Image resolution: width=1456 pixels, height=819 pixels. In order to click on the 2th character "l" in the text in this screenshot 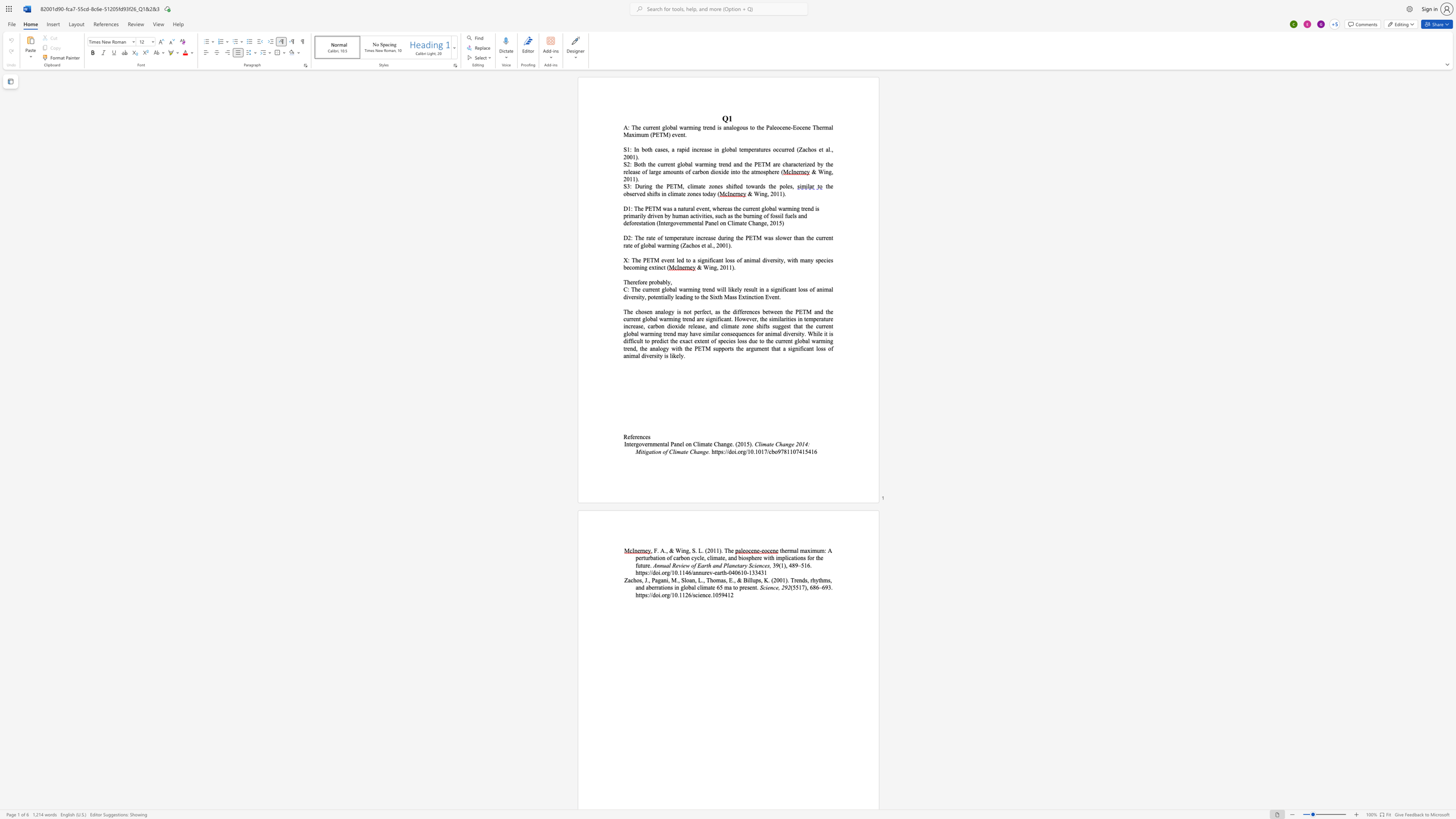, I will do `click(683, 443)`.